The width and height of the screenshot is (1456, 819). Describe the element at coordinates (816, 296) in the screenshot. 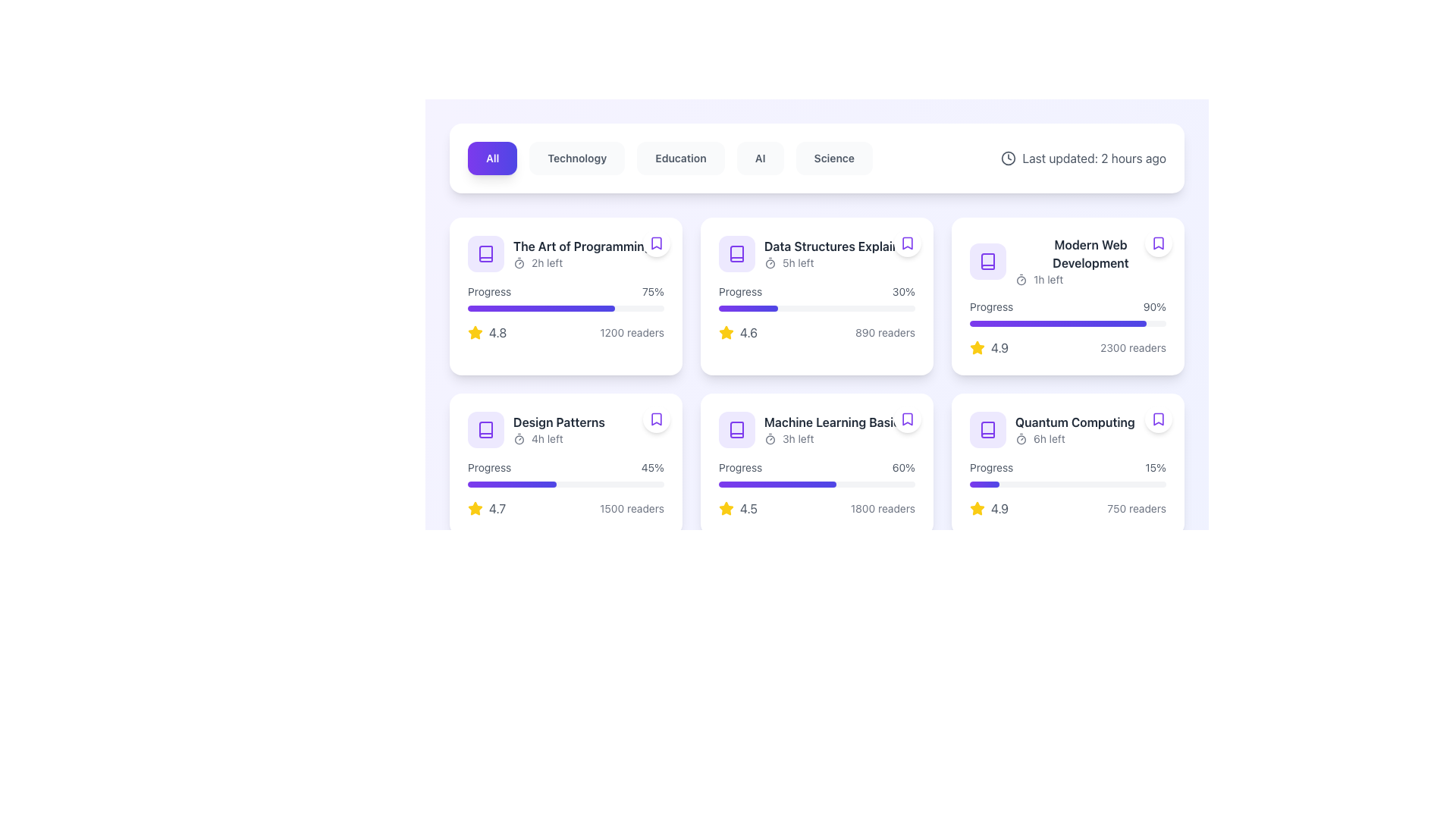

I see `the informative card located in the second column of the first row` at that location.